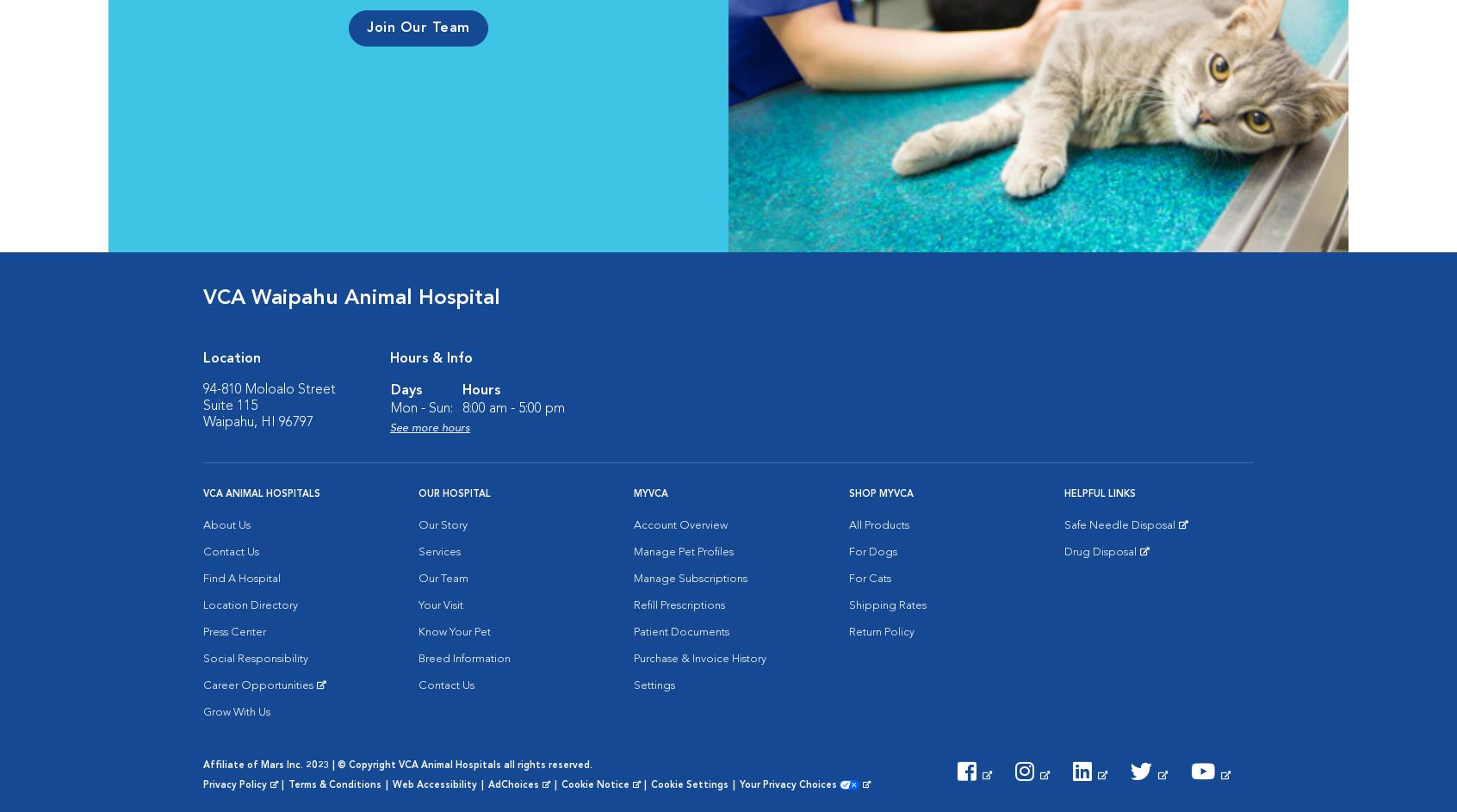 This screenshot has width=1457, height=812. I want to click on 'Career Opportunities', so click(257, 685).